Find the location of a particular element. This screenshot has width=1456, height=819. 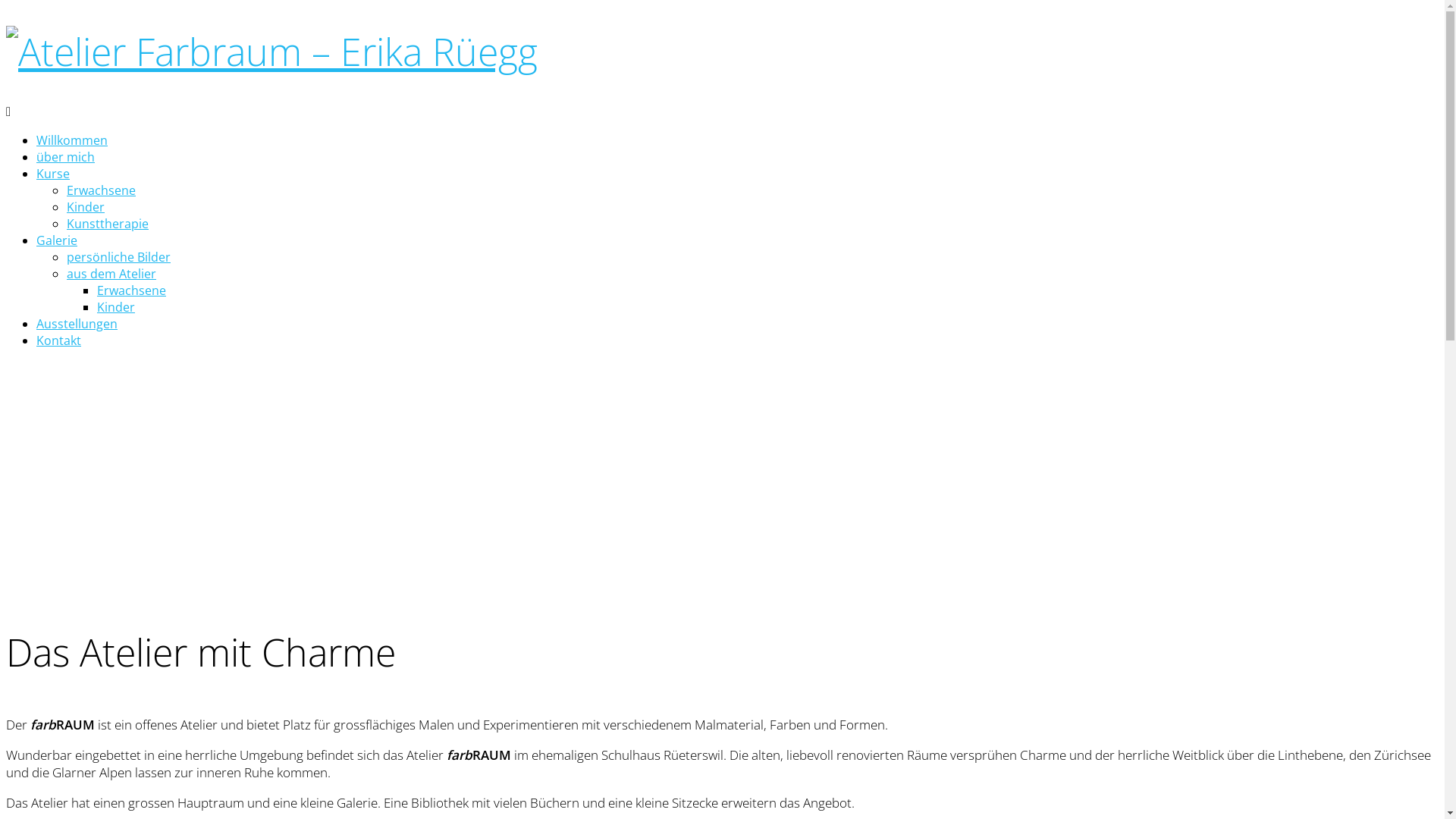

'Ausstellungen' is located at coordinates (76, 323).